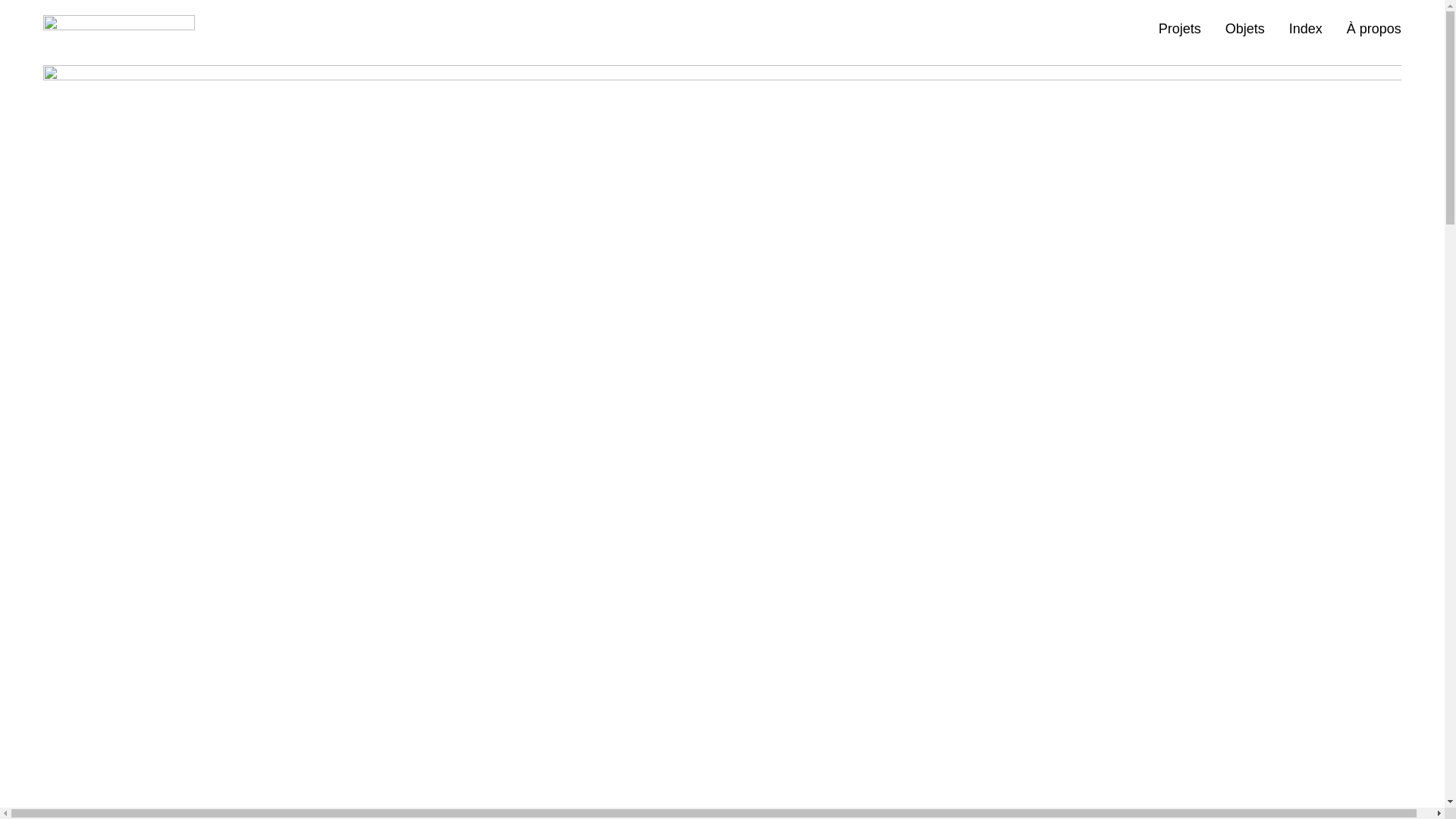 This screenshot has height=819, width=1456. What do you see at coordinates (1178, 29) in the screenshot?
I see `'Projets'` at bounding box center [1178, 29].